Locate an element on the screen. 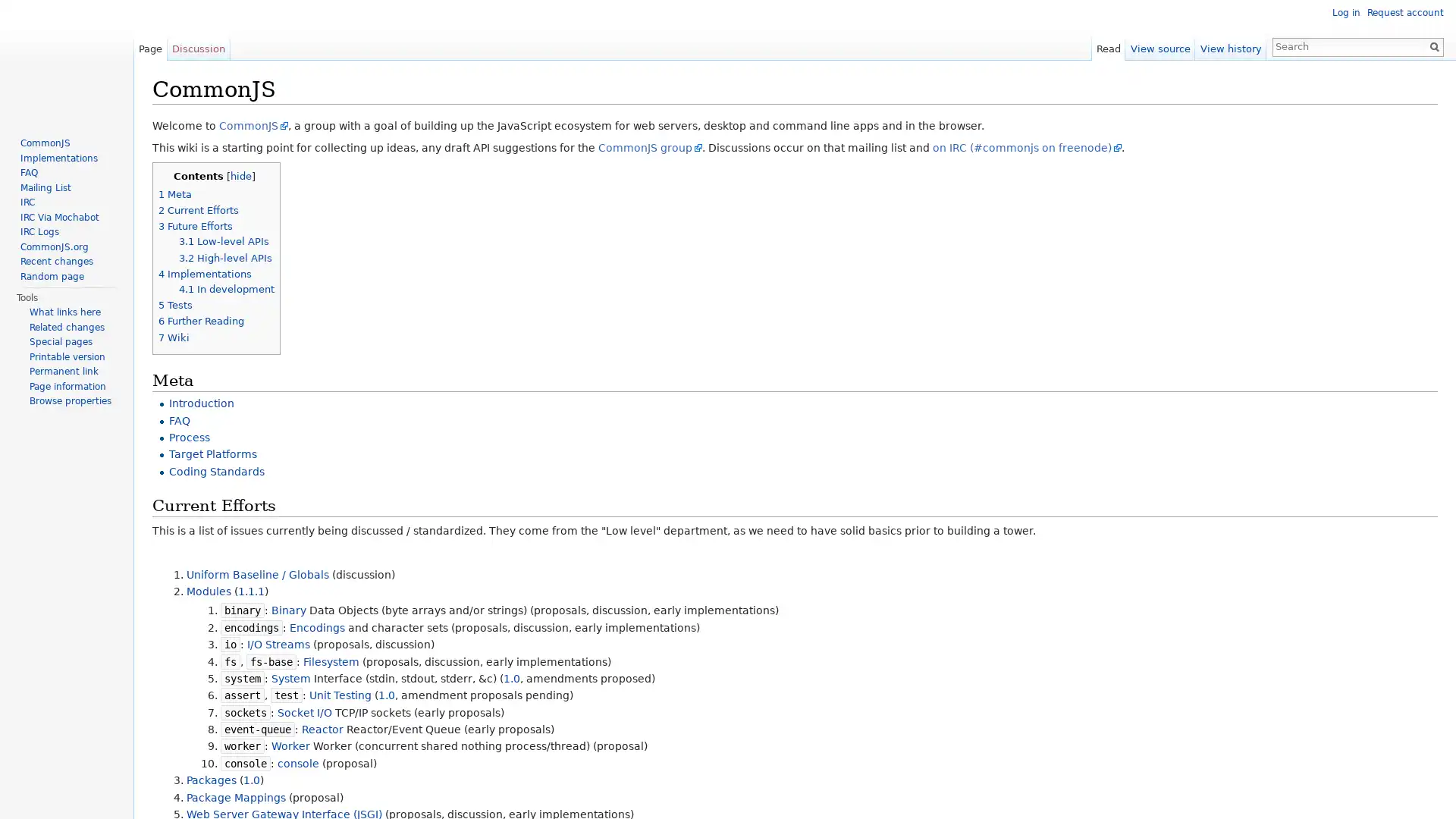 The image size is (1456, 819). Search is located at coordinates (1433, 45).